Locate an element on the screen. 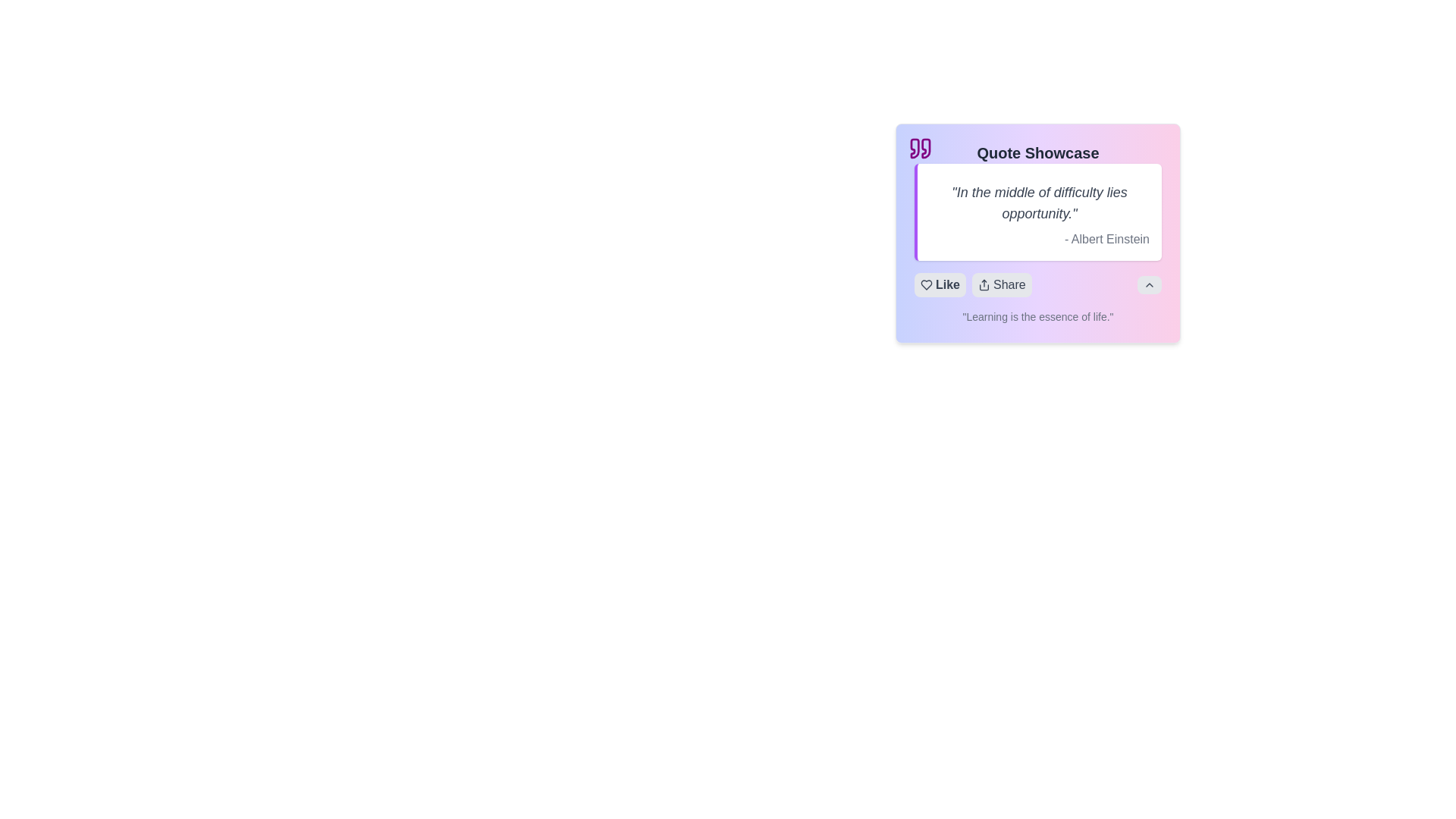  text from the header or title label located at the top center of the card with a gradient background, which introduces the content theme is located at coordinates (1037, 152).